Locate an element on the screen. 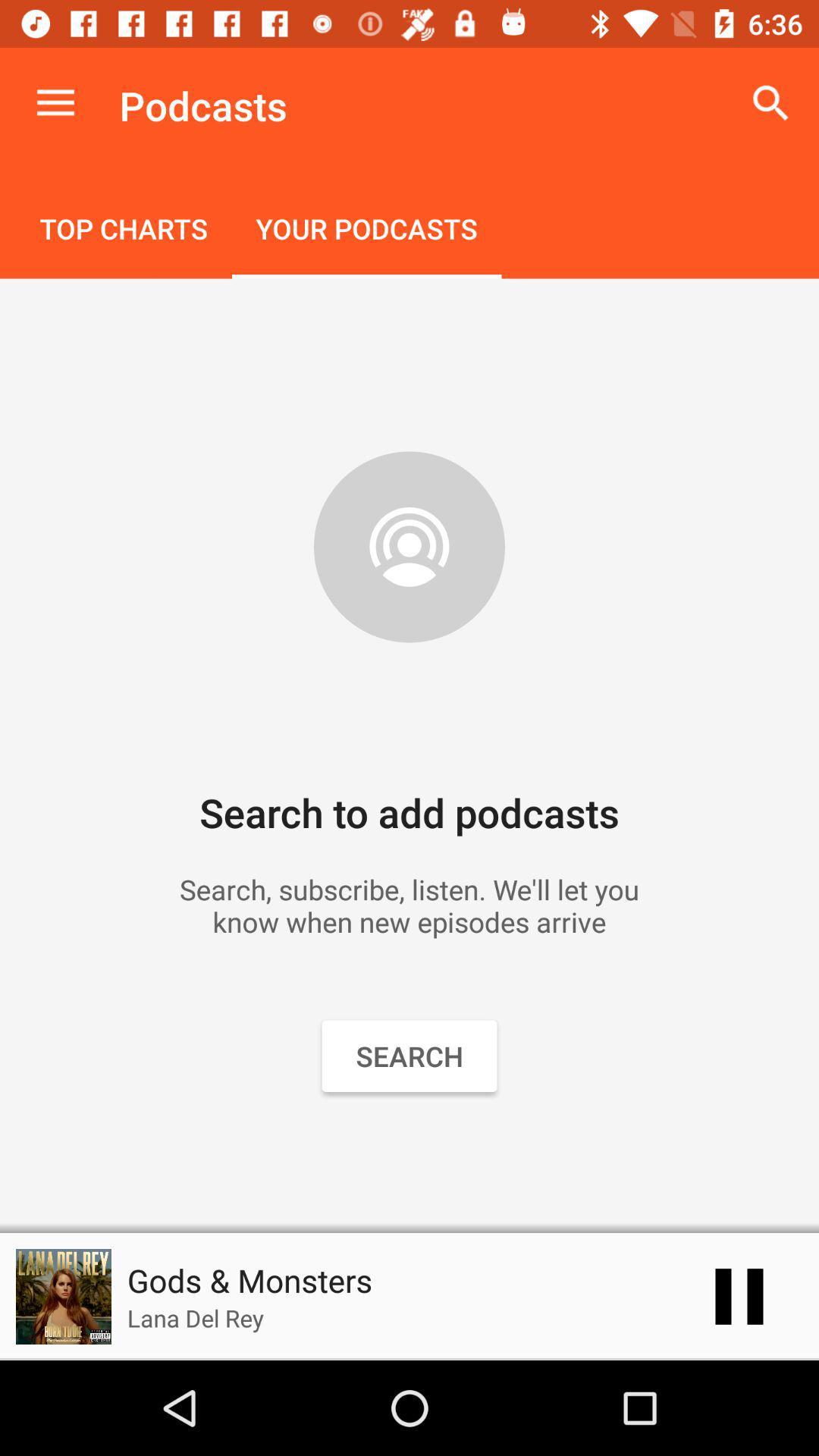 The width and height of the screenshot is (819, 1456). top charts icon is located at coordinates (123, 230).